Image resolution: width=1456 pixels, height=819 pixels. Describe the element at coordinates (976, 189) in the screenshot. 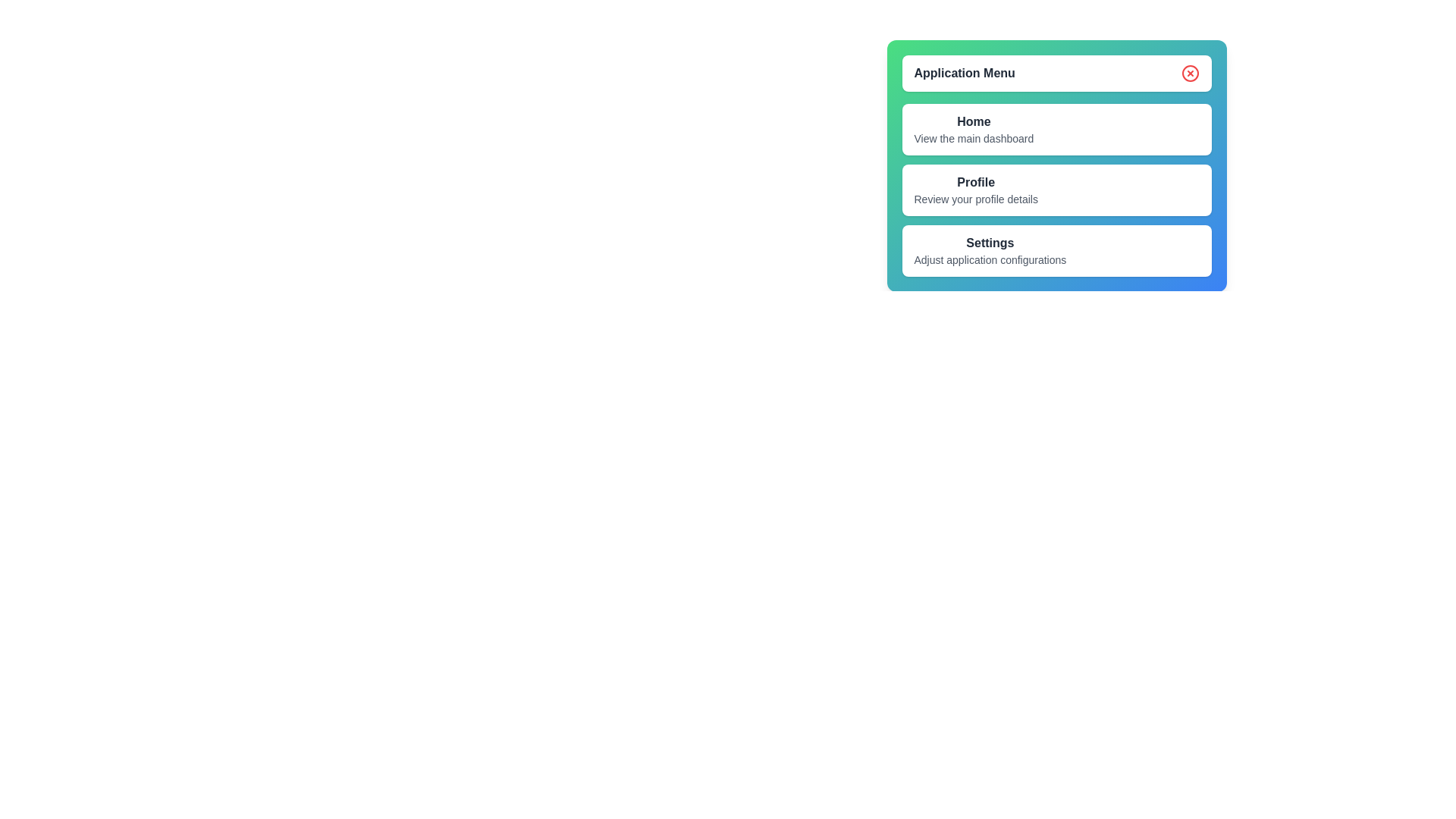

I see `the menu item Profile to navigate to its section` at that location.